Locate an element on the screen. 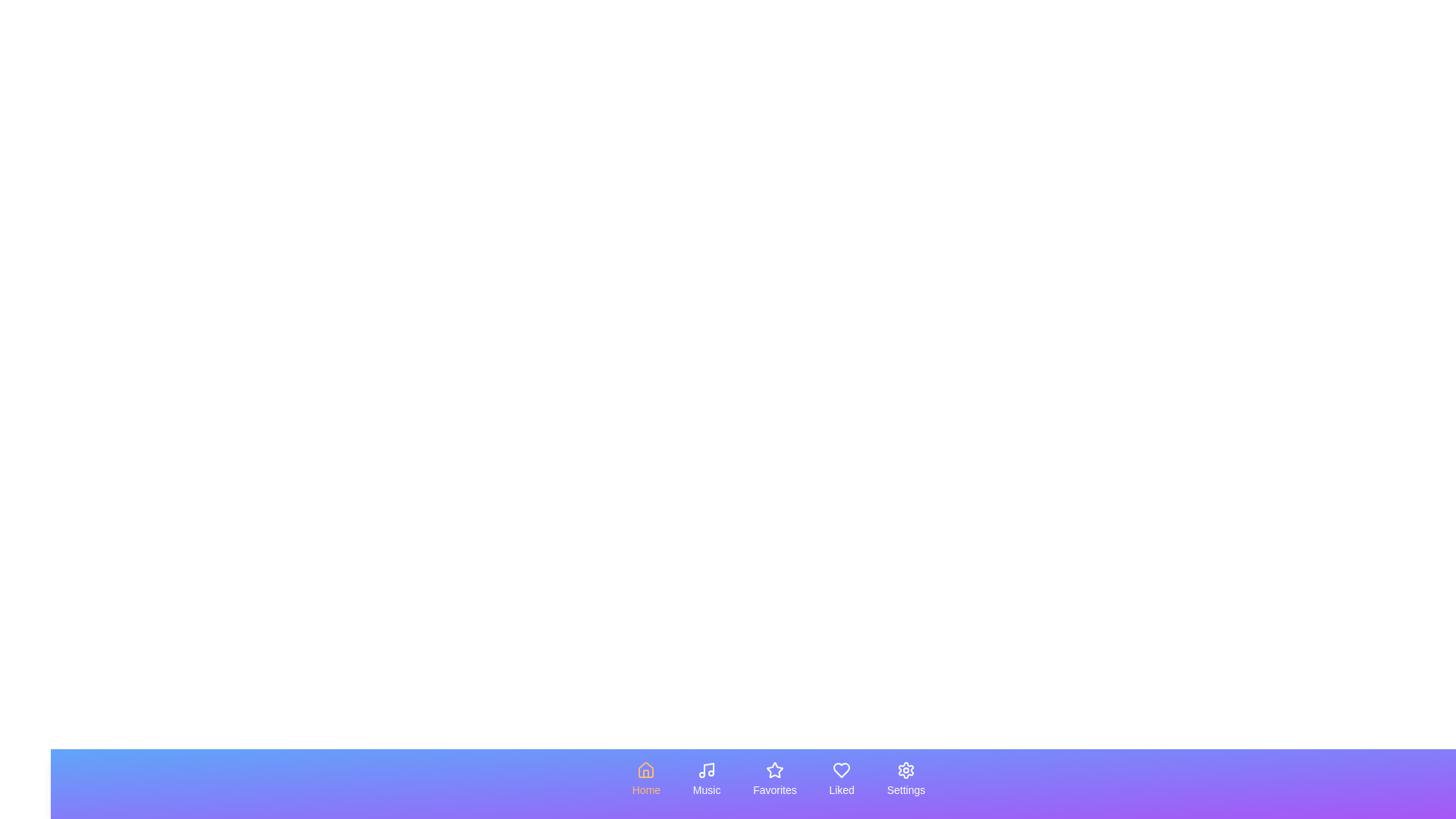  the tab item labeled Settings to observe its hover effect is located at coordinates (906, 780).